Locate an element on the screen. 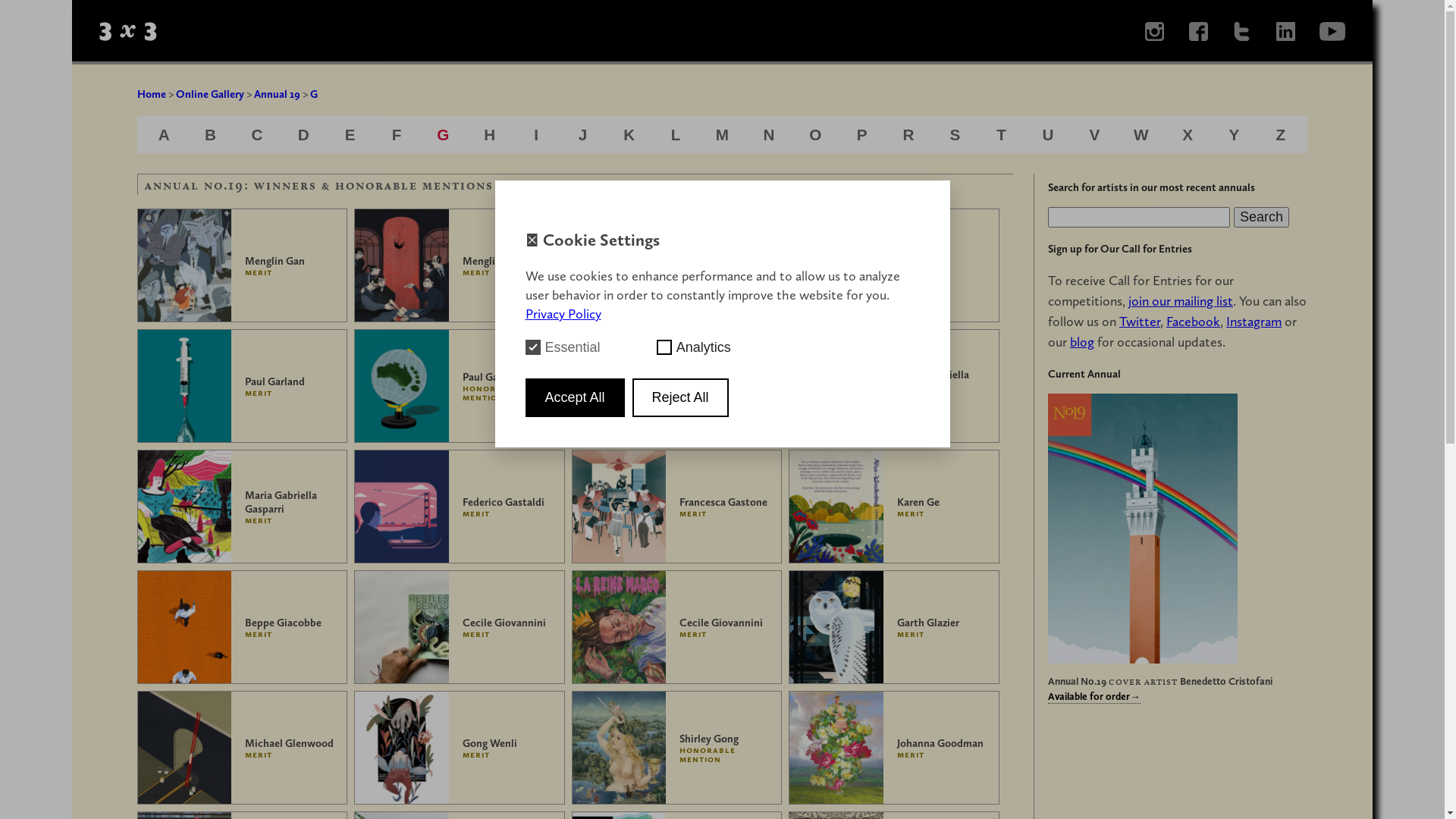  'Beppe Giacobbe is located at coordinates (243, 626).